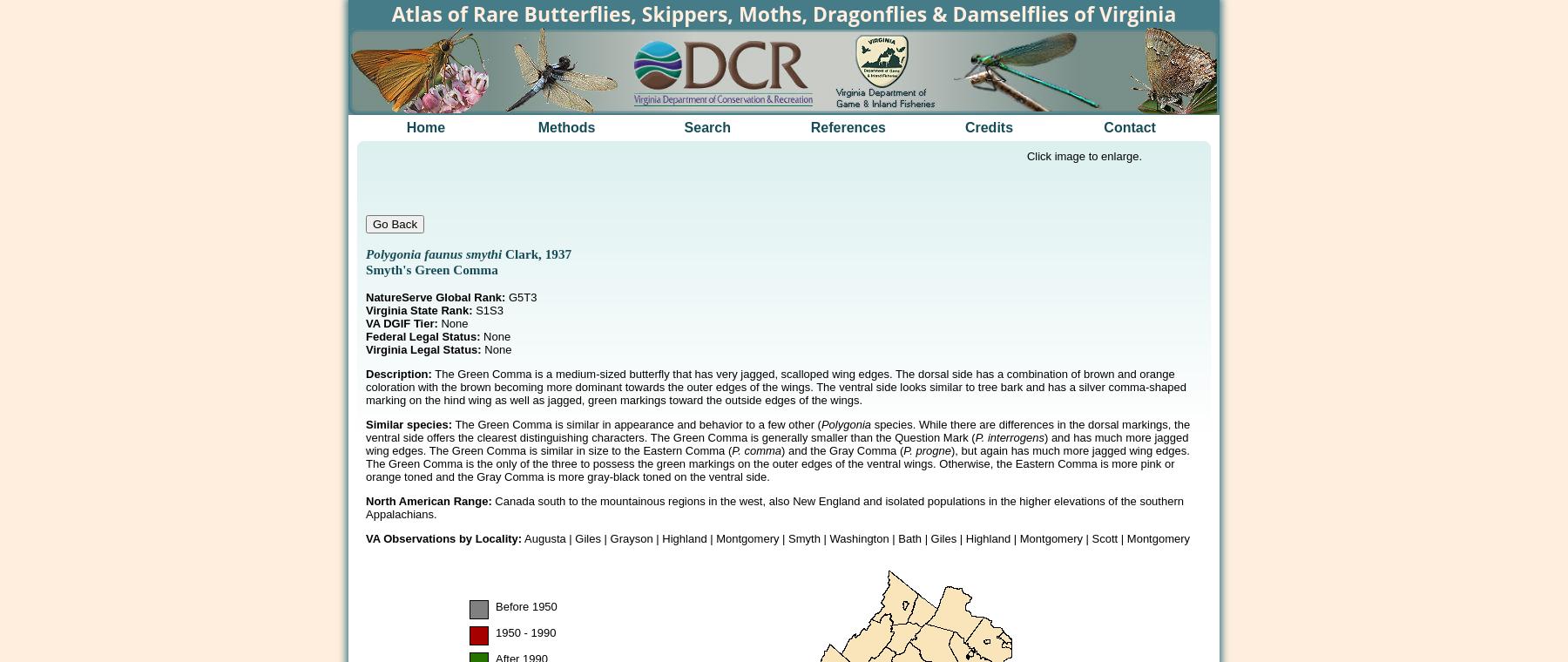 The height and width of the screenshot is (662, 1568). I want to click on 'Smyth's Green Comma', so click(430, 269).